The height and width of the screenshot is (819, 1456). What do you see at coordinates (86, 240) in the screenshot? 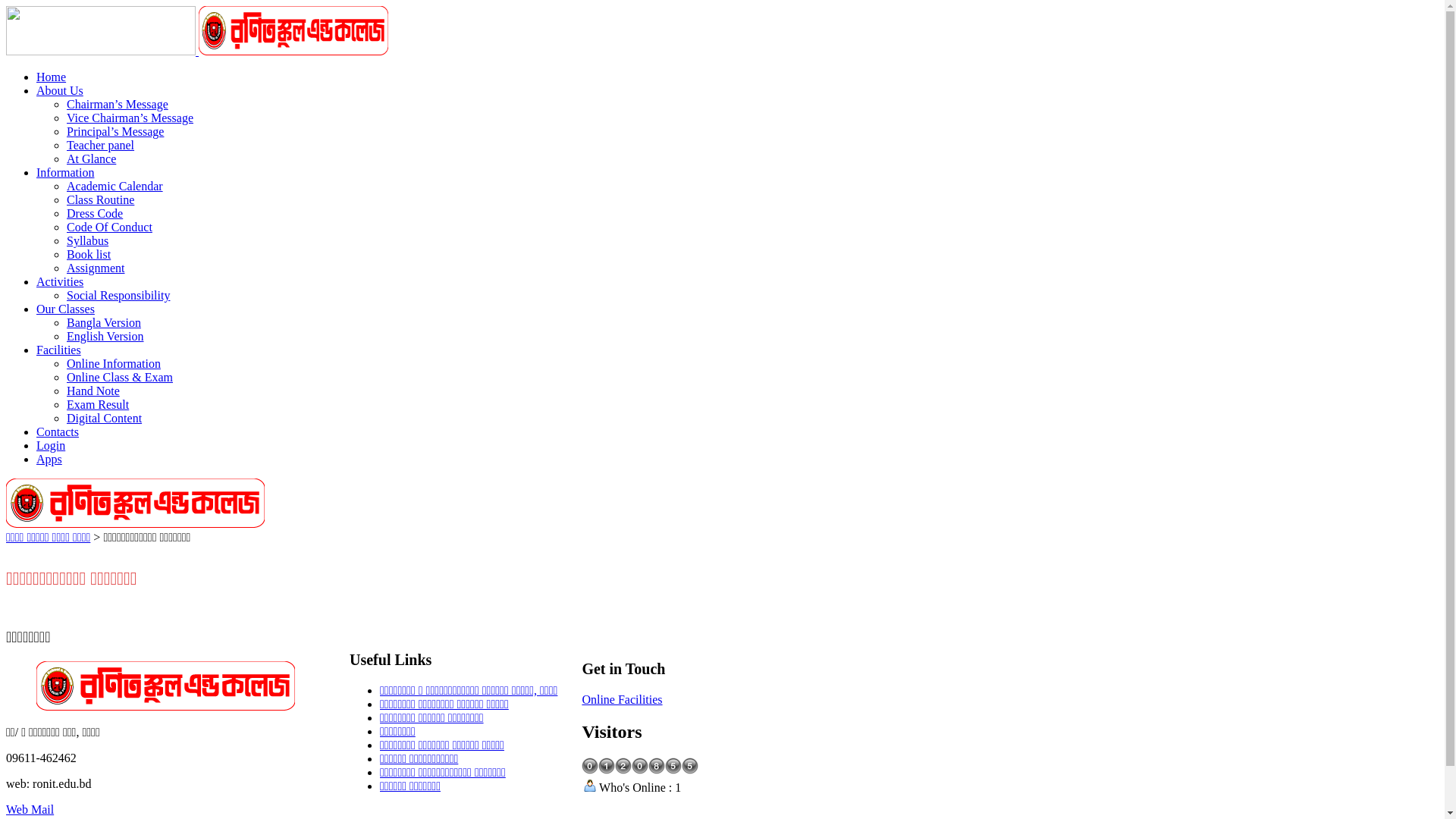
I see `'Syllabus'` at bounding box center [86, 240].